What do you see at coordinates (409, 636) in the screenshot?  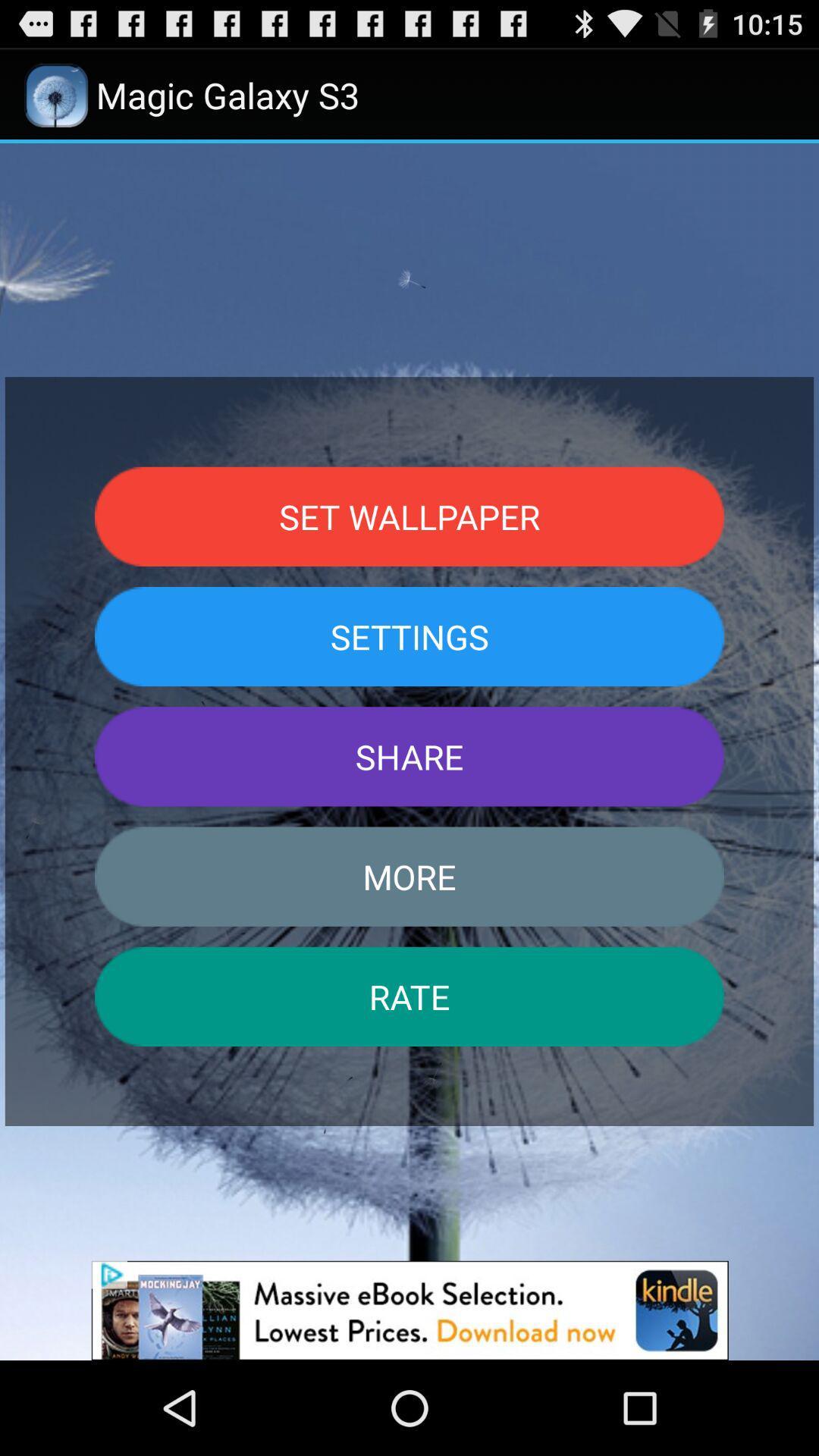 I see `button above share` at bounding box center [409, 636].